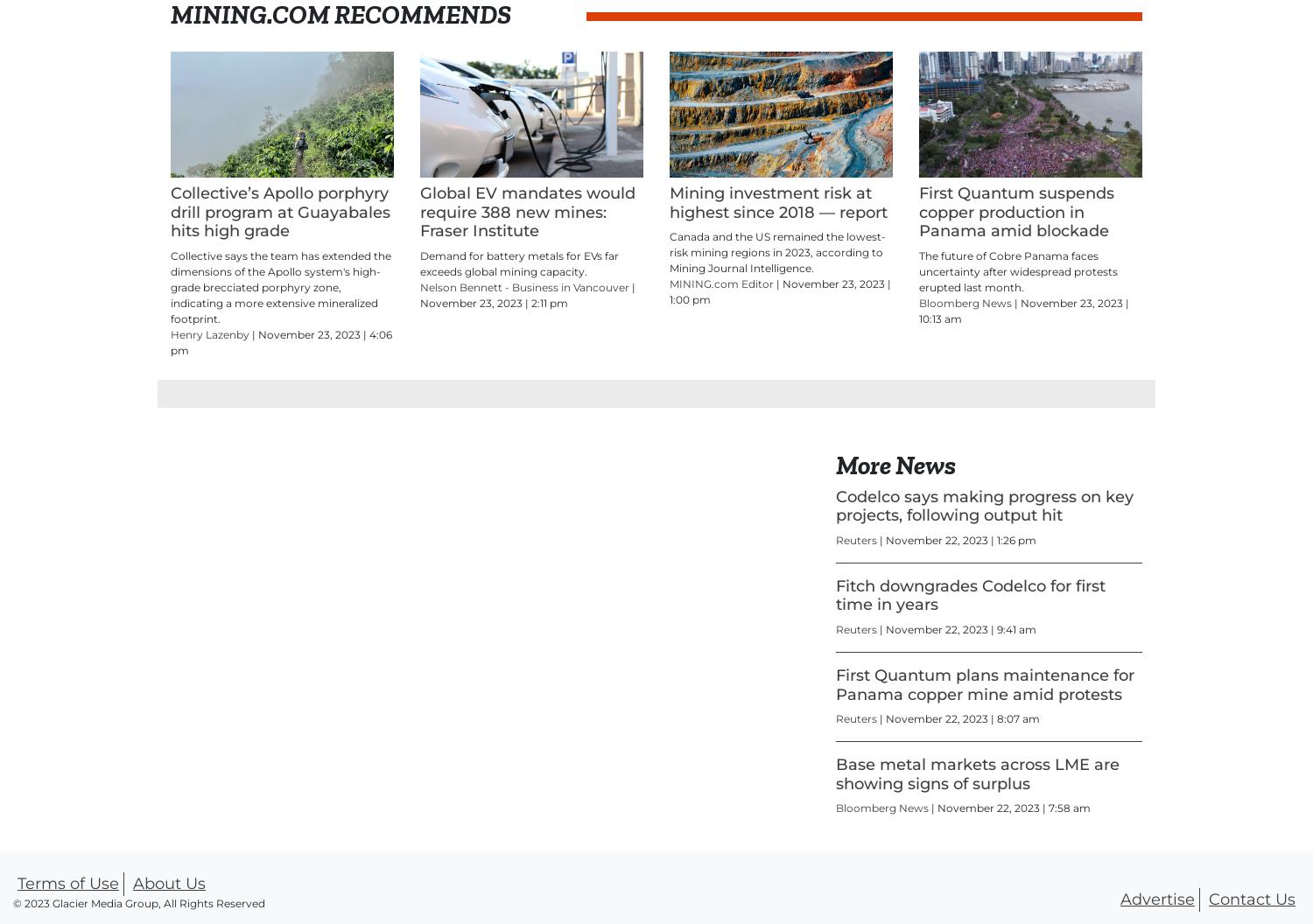  I want to click on 'Fitch downgrades Codelco for first time in years', so click(969, 594).